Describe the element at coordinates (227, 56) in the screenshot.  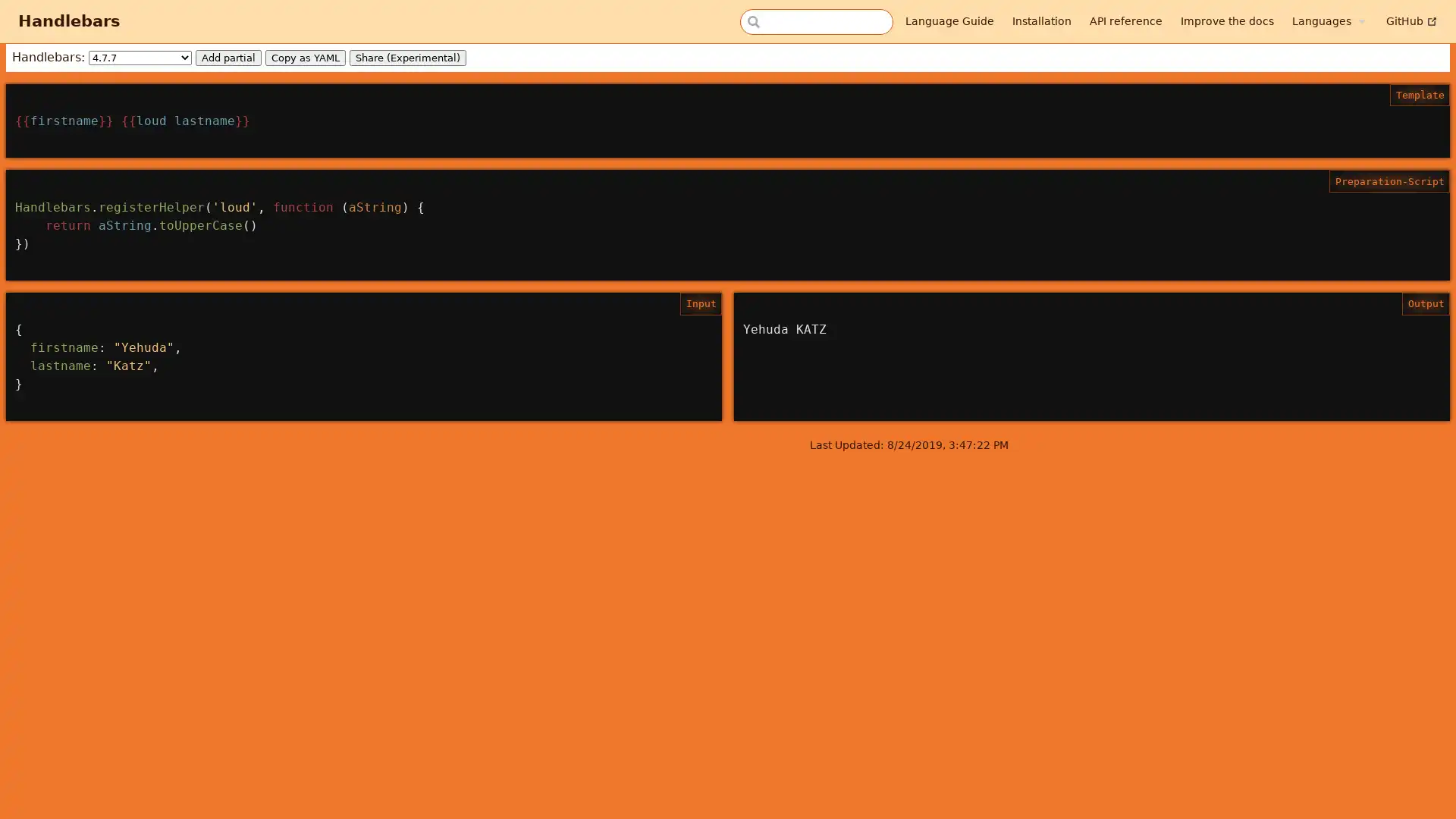
I see `Add partial` at that location.